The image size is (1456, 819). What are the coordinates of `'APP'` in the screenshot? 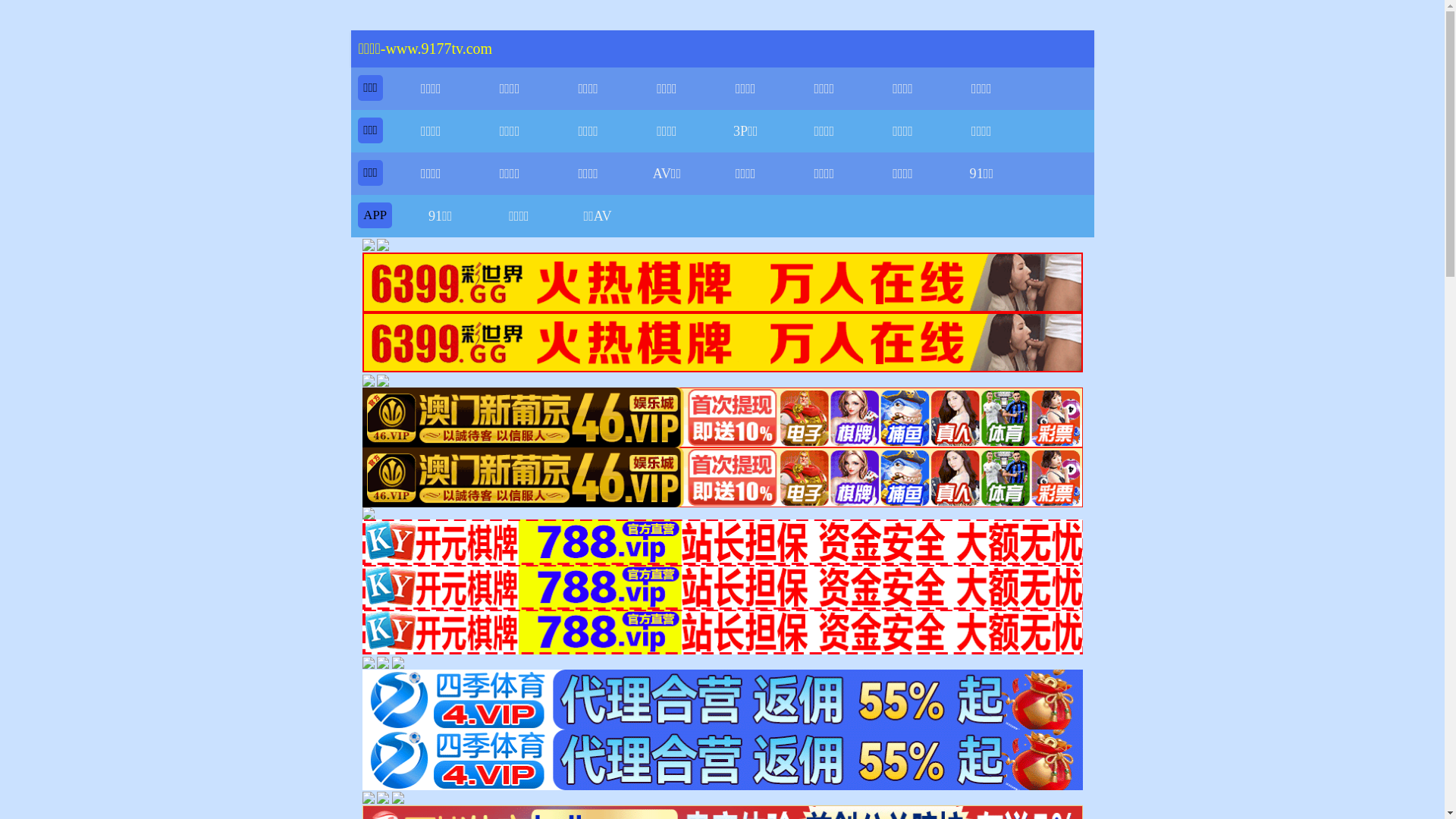 It's located at (375, 215).